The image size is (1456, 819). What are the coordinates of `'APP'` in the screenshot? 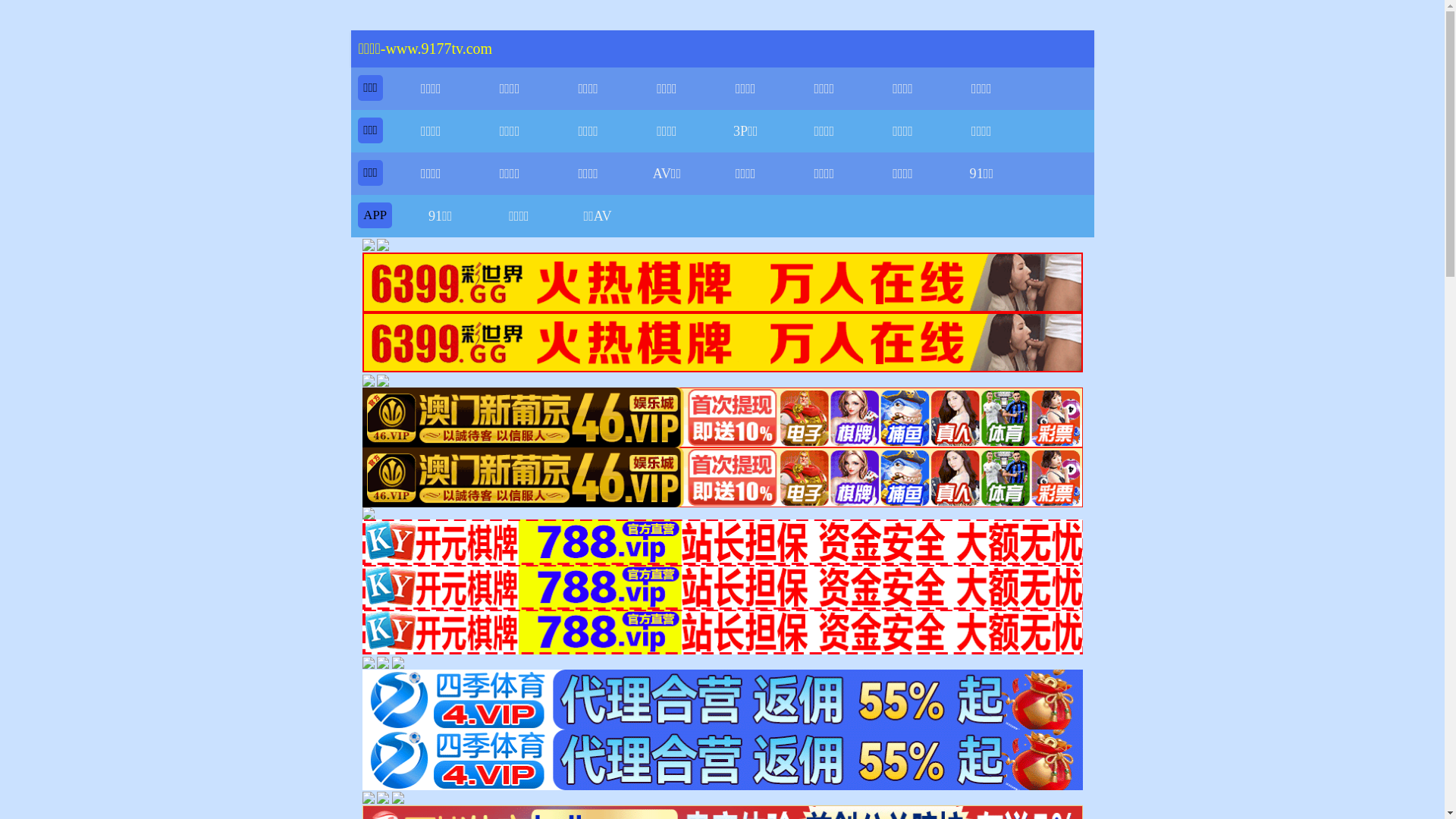 It's located at (375, 215).